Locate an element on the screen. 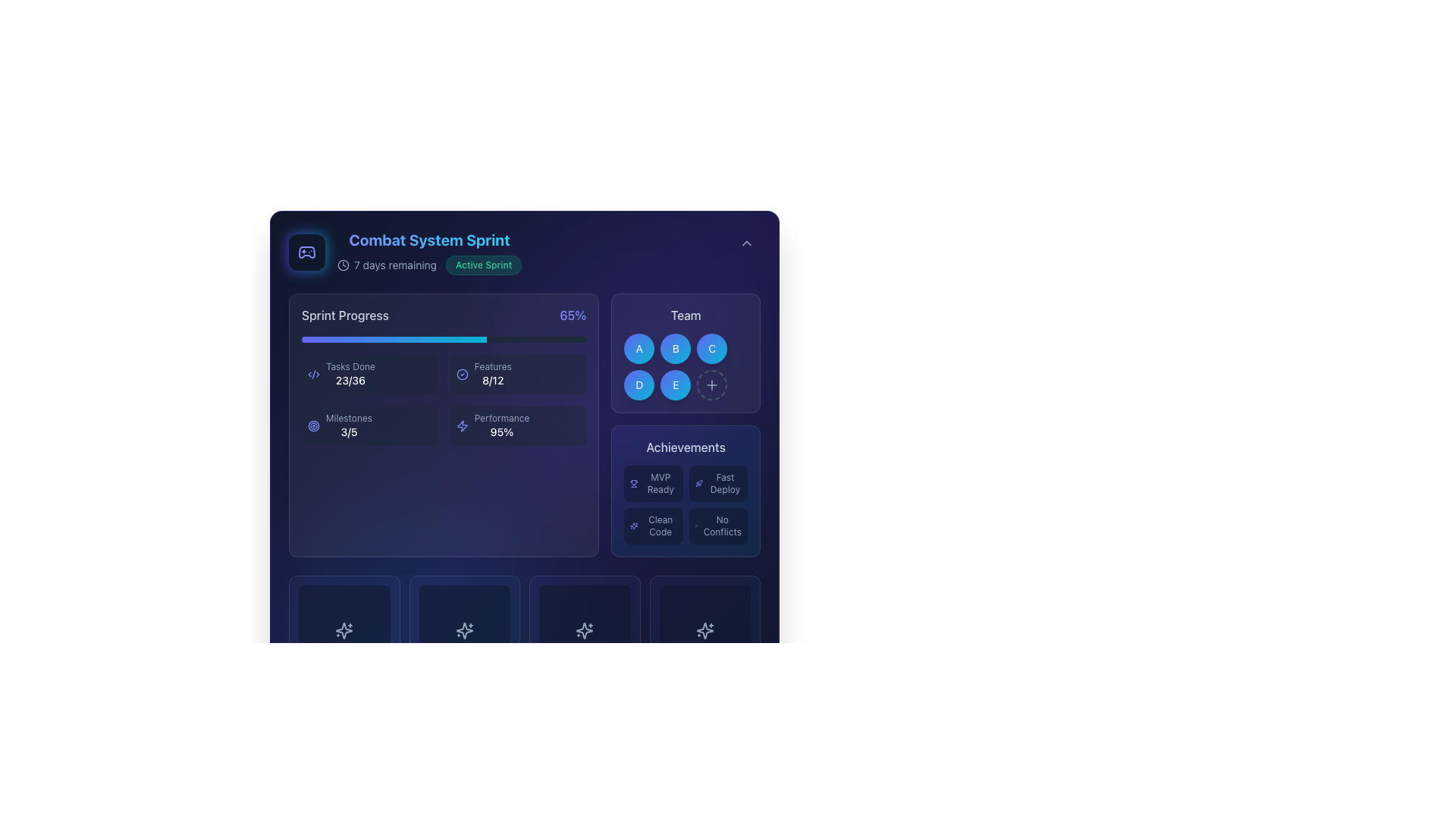  the small circular clock icon located to the left of the text '7 days remaining', which is part of the horizontal grouping beneath the title 'Combat System Sprint' is located at coordinates (342, 265).